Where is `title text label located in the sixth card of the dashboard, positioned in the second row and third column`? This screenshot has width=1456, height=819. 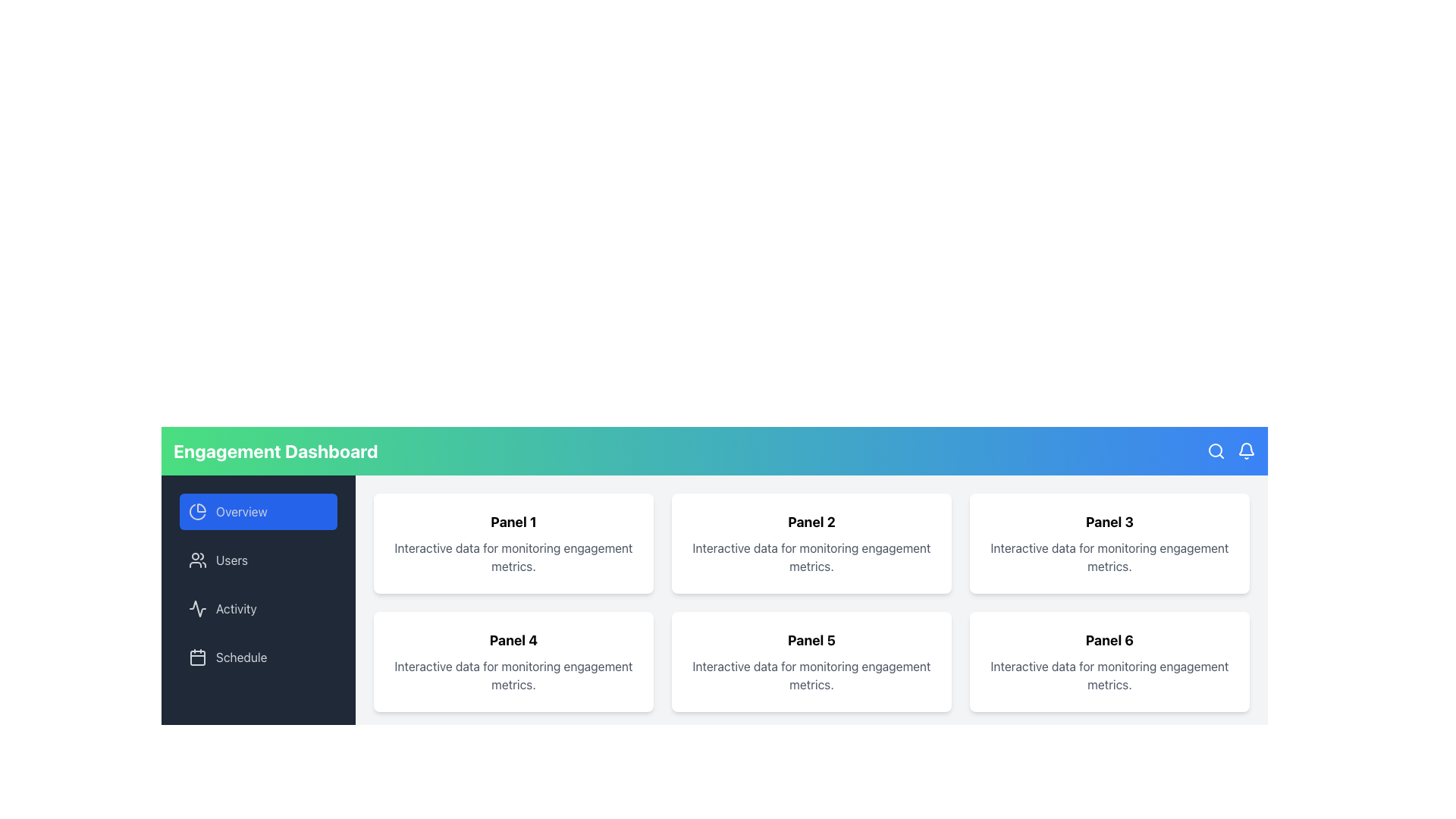 title text label located in the sixth card of the dashboard, positioned in the second row and third column is located at coordinates (1109, 640).